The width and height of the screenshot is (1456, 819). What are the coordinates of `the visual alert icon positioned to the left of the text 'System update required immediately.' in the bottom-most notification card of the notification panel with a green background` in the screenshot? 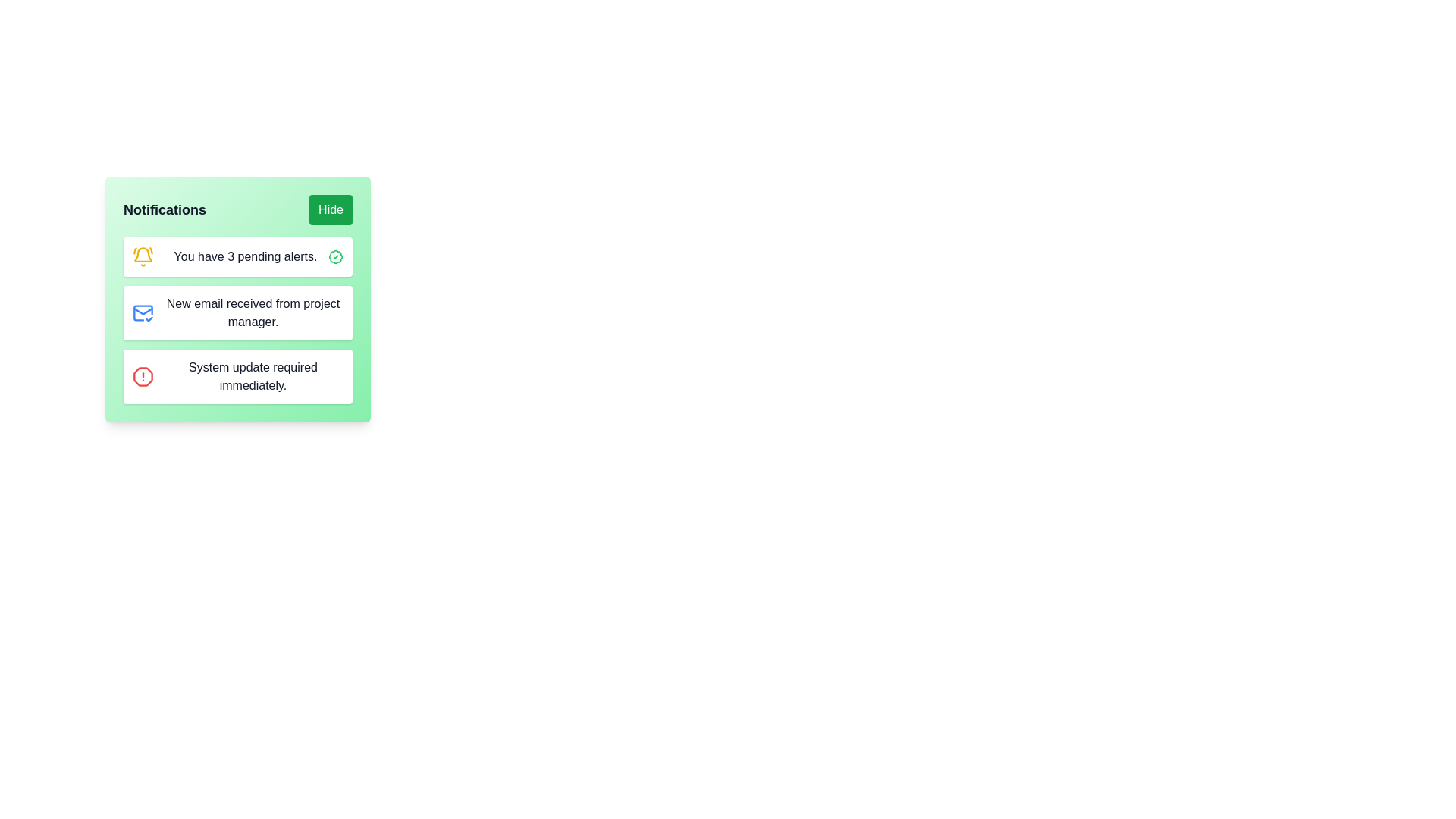 It's located at (143, 376).